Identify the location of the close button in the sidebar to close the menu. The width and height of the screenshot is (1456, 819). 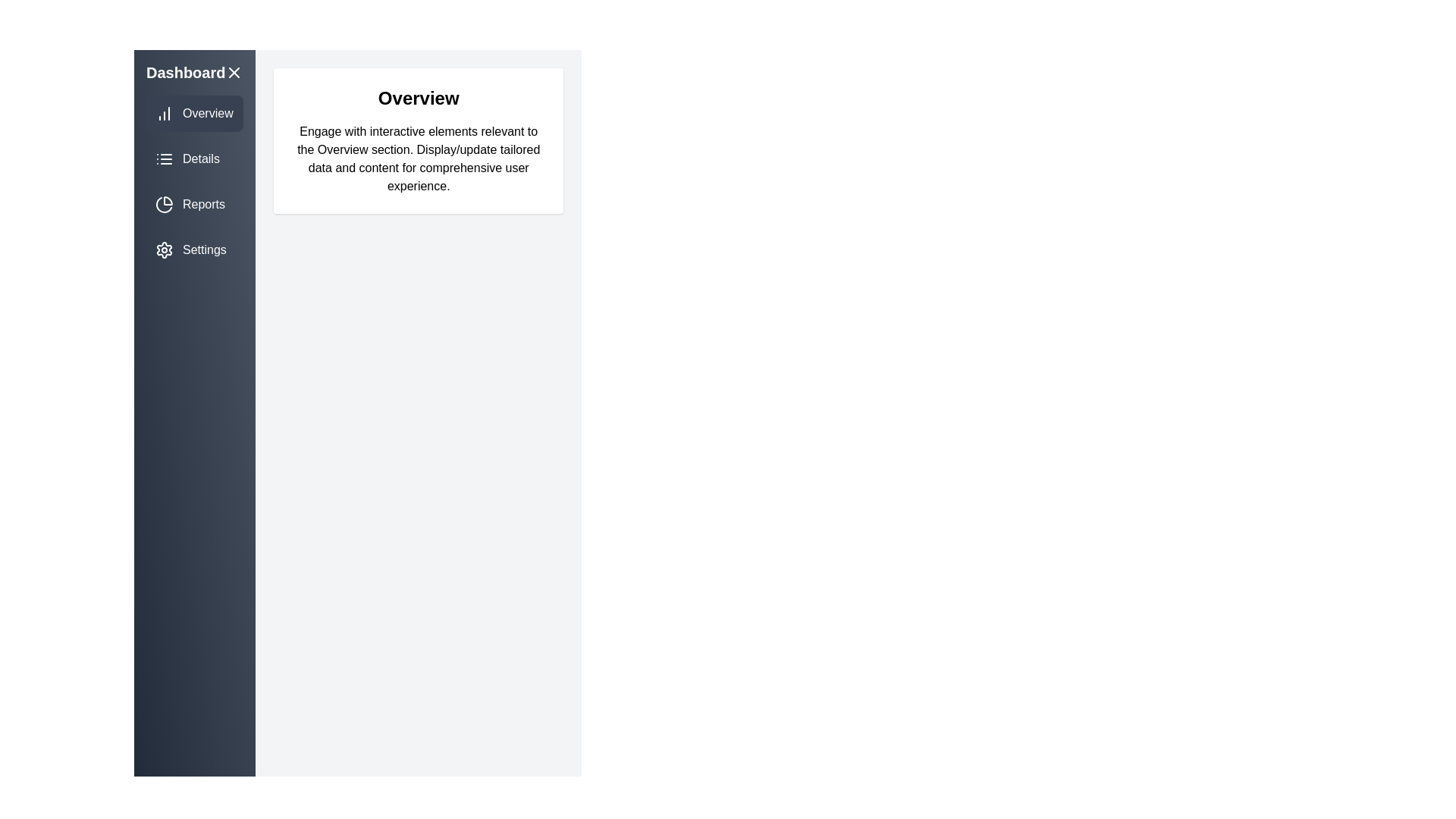
(233, 73).